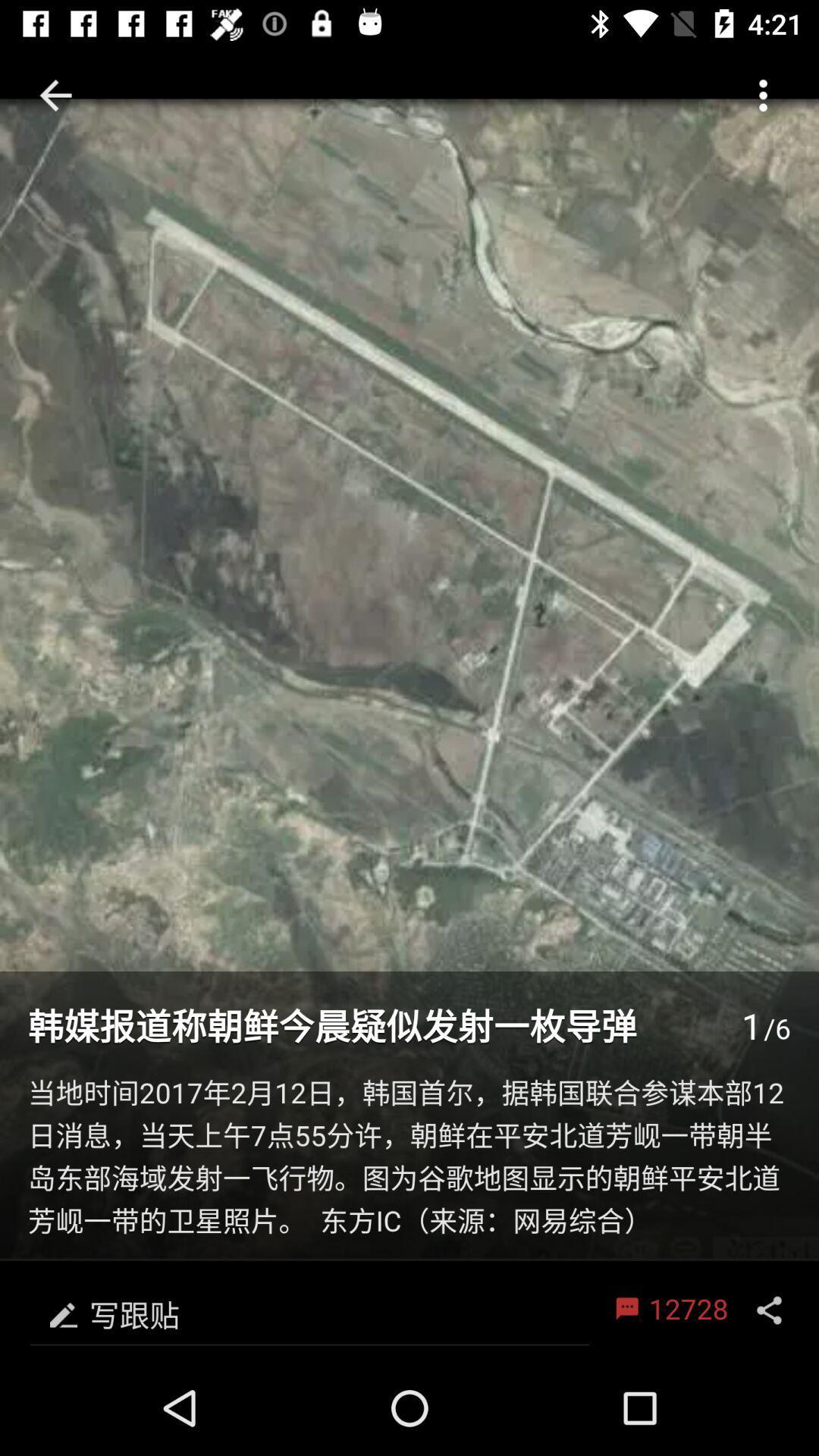  What do you see at coordinates (769, 1310) in the screenshot?
I see `the share icon` at bounding box center [769, 1310].